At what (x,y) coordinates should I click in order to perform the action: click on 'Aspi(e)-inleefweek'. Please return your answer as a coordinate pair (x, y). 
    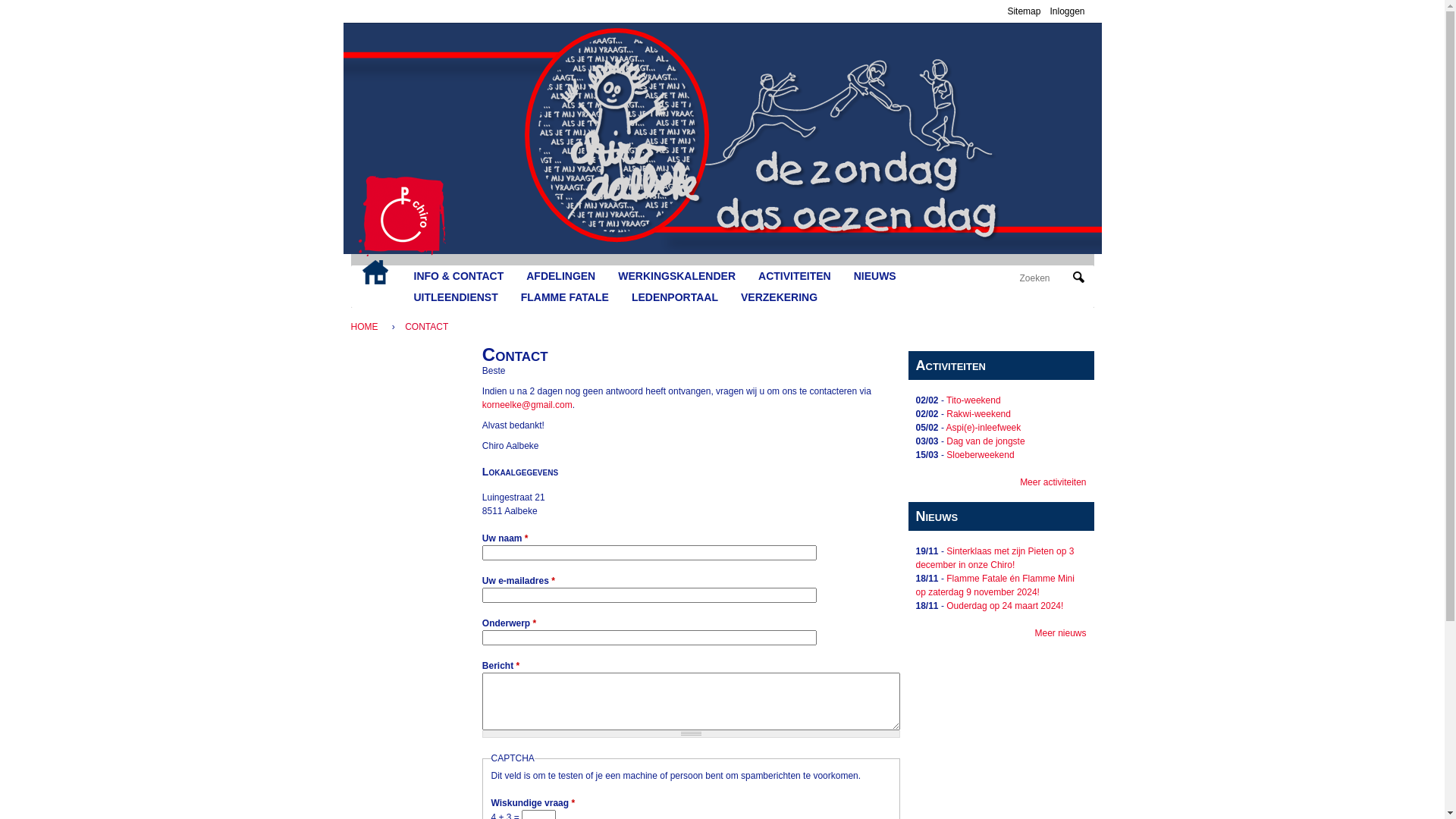
    Looking at the image, I should click on (946, 427).